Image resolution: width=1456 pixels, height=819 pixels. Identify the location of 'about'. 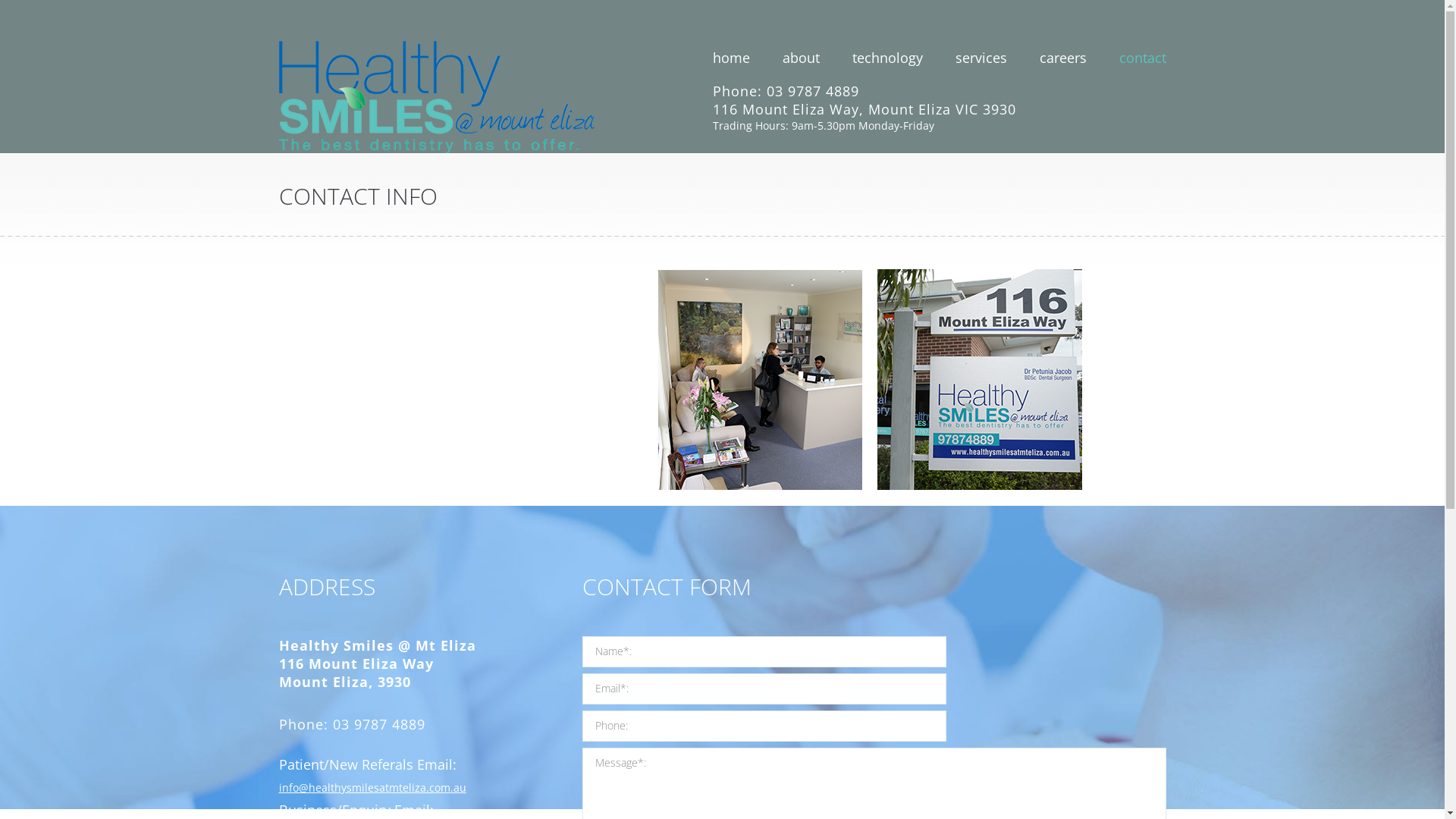
(800, 57).